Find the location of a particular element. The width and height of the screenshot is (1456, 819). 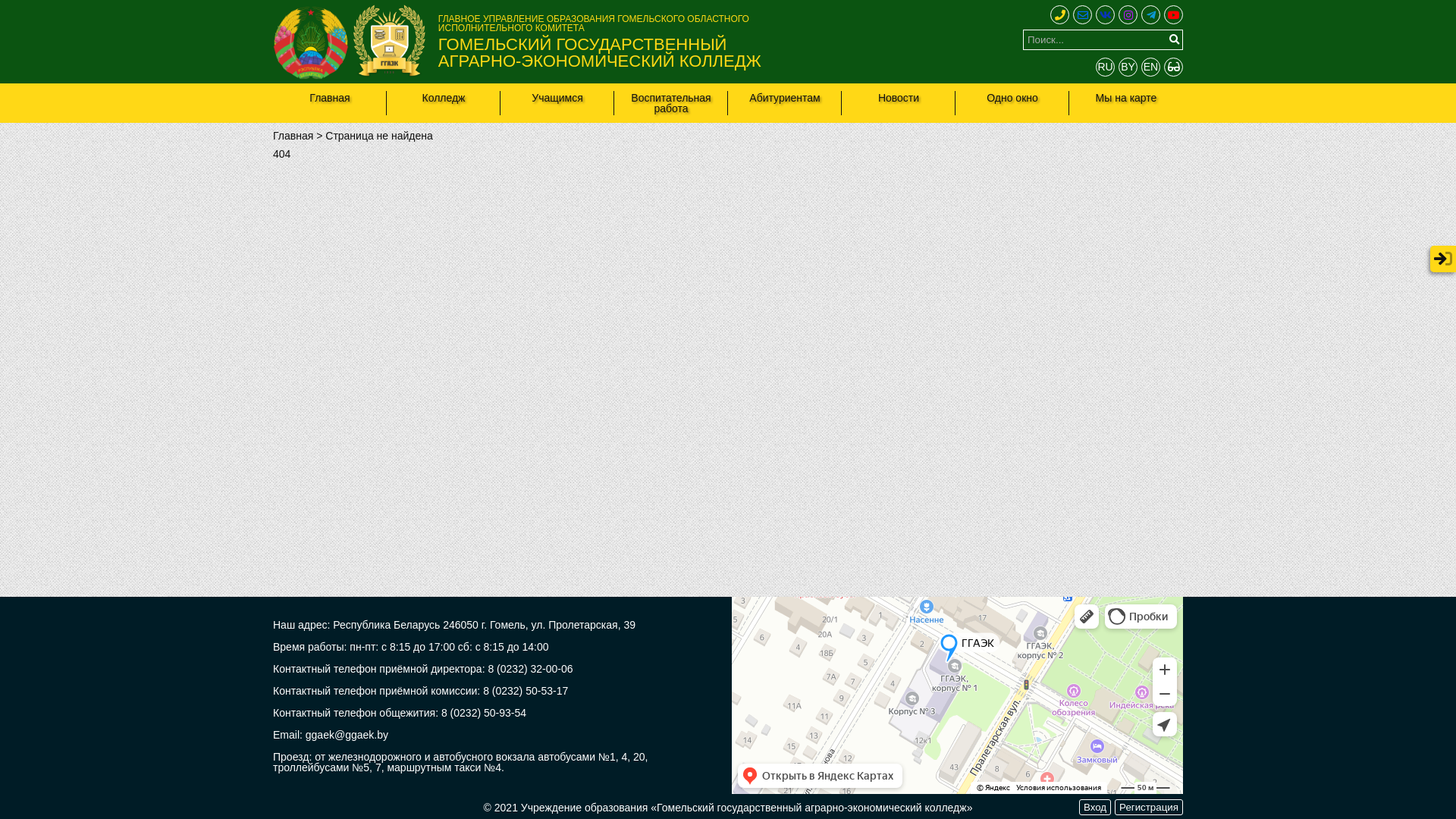

'RU' is located at coordinates (1105, 66).